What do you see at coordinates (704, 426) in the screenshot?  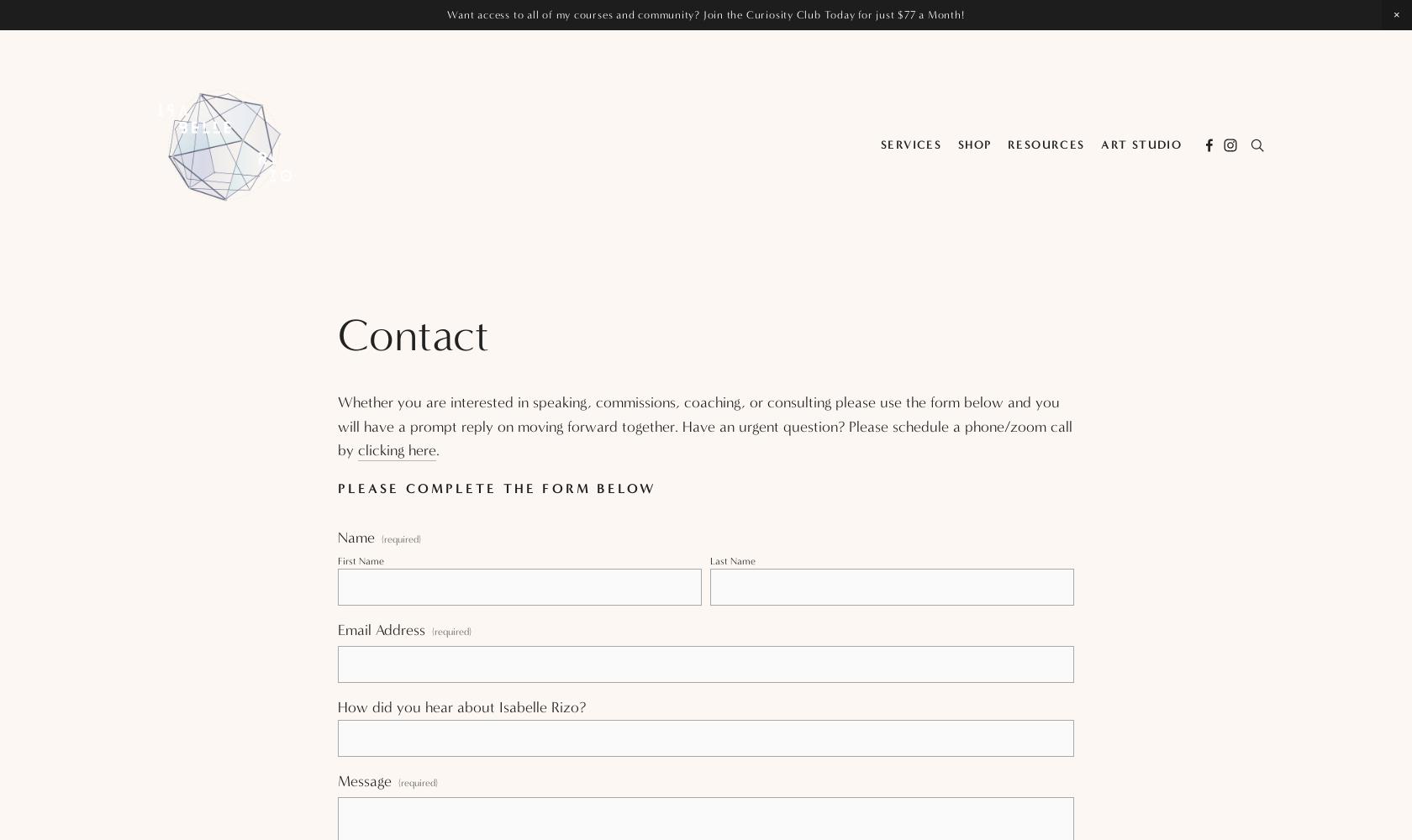 I see `'Whether you are interested in speaking, commissions, coaching, or consulting please use the form below and you will have a prompt reply on moving forward together. Have an urgent question? Please schedule a phone/zoom call by'` at bounding box center [704, 426].